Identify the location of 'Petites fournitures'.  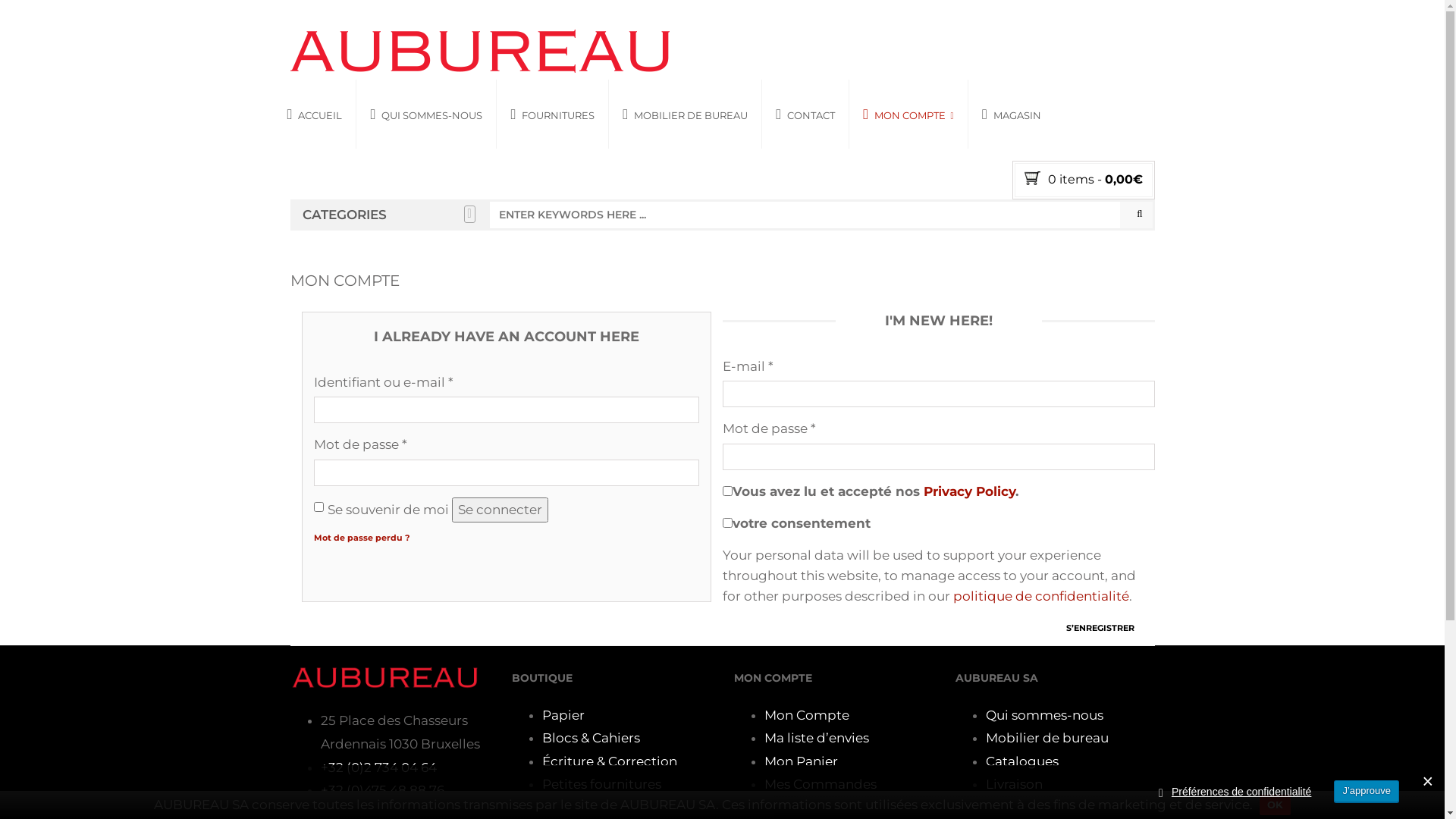
(601, 783).